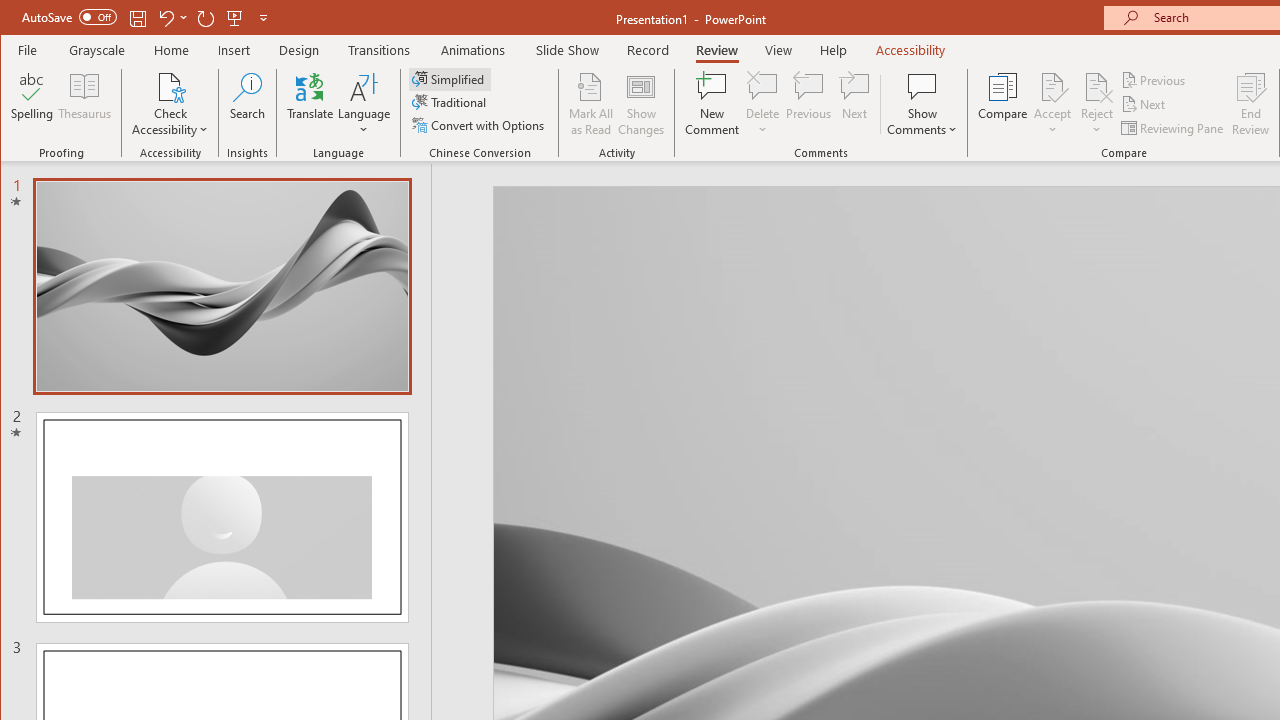 The image size is (1280, 720). I want to click on 'Reject', so click(1095, 104).